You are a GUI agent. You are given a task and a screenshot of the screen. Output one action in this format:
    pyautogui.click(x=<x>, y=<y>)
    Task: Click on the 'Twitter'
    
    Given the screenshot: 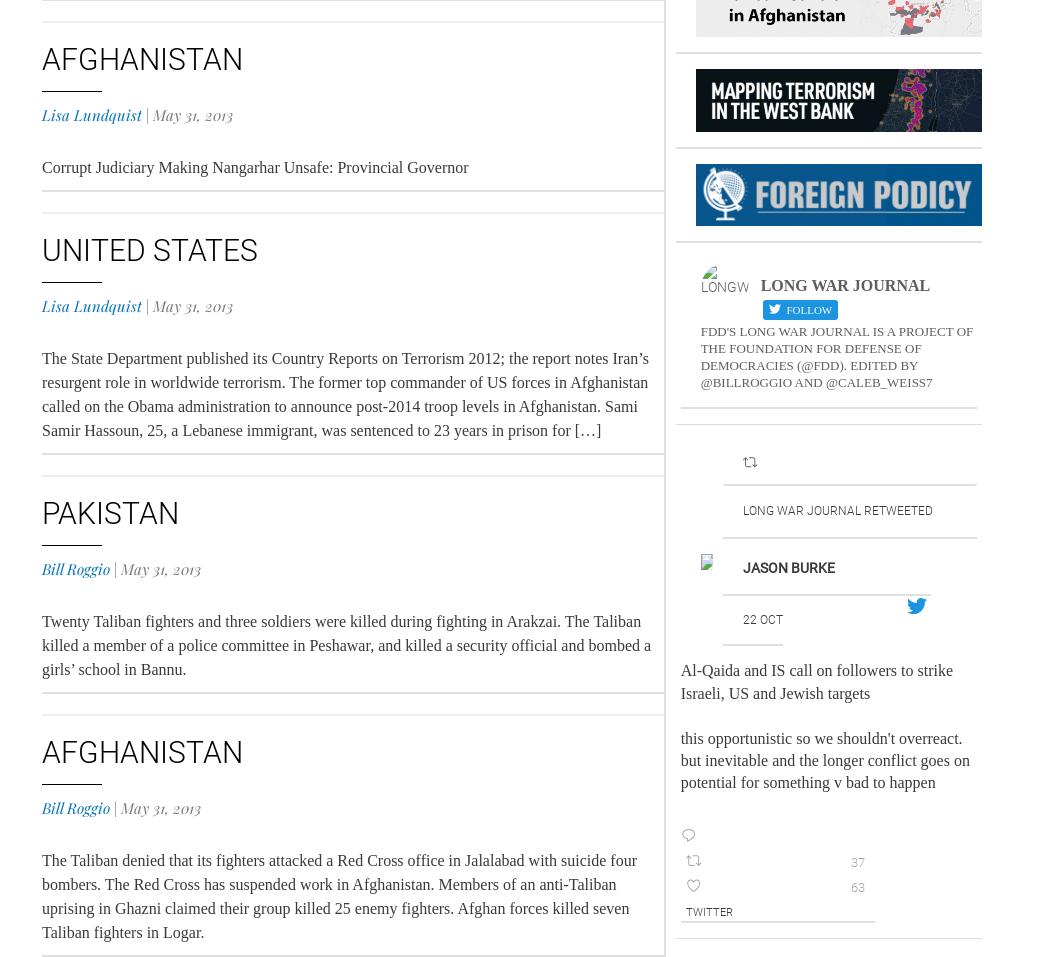 What is the action you would take?
    pyautogui.click(x=707, y=911)
    